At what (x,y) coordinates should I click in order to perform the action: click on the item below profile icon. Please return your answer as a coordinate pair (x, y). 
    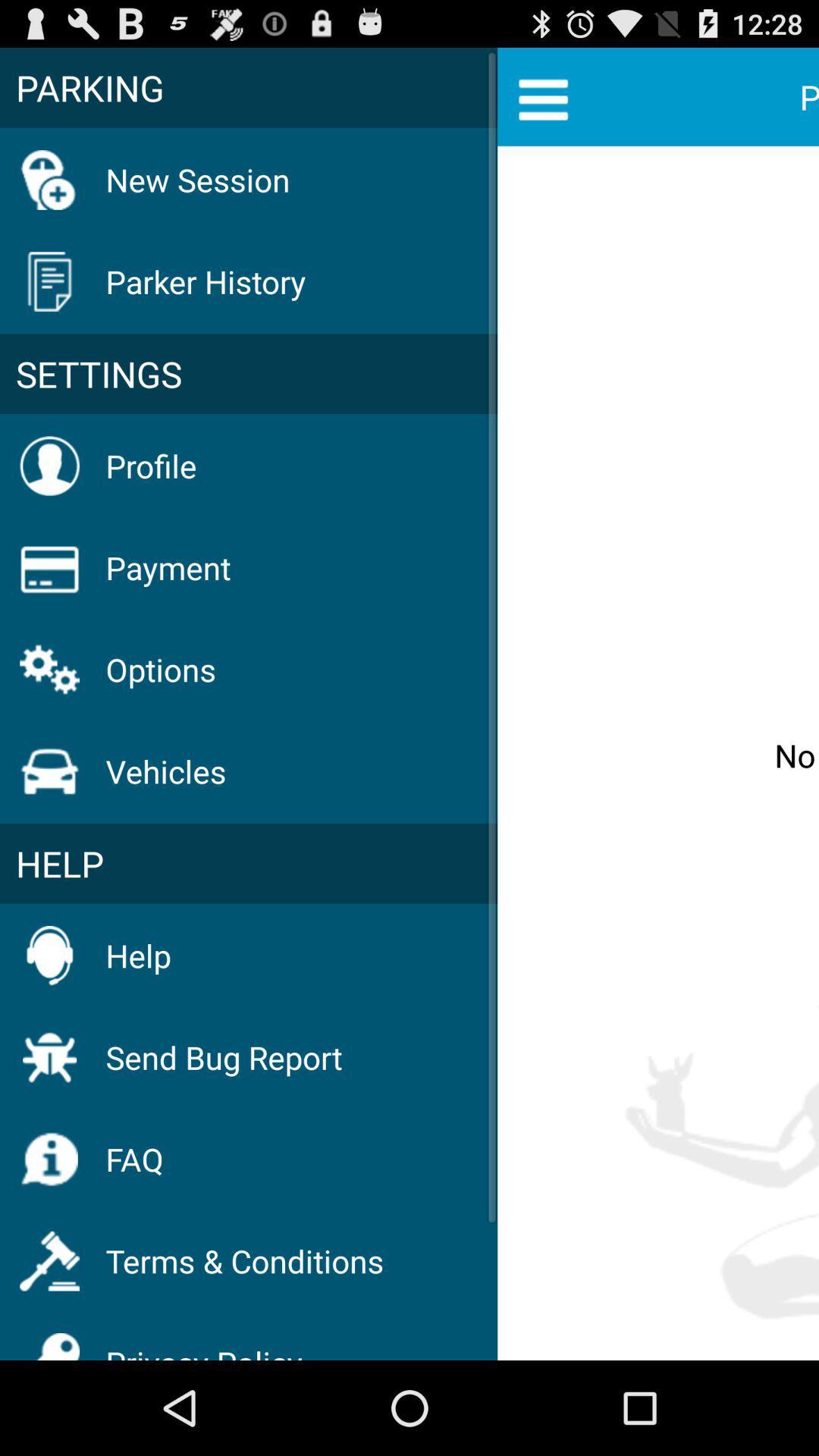
    Looking at the image, I should click on (168, 566).